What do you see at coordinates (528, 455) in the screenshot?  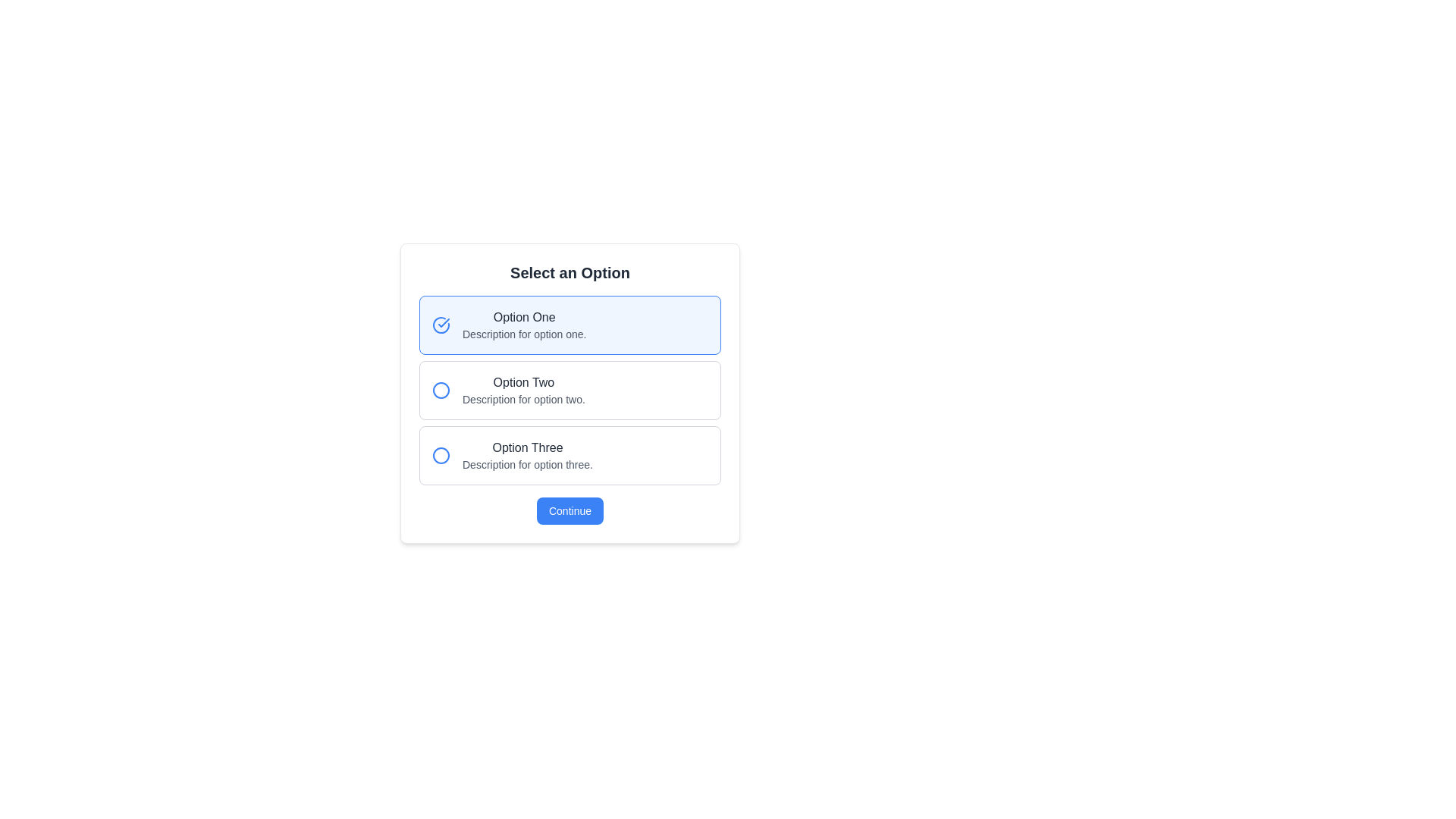 I see `the list item containing the text 'Option Three' with a description 'Description for option three.' located at the bottom of the selection list` at bounding box center [528, 455].